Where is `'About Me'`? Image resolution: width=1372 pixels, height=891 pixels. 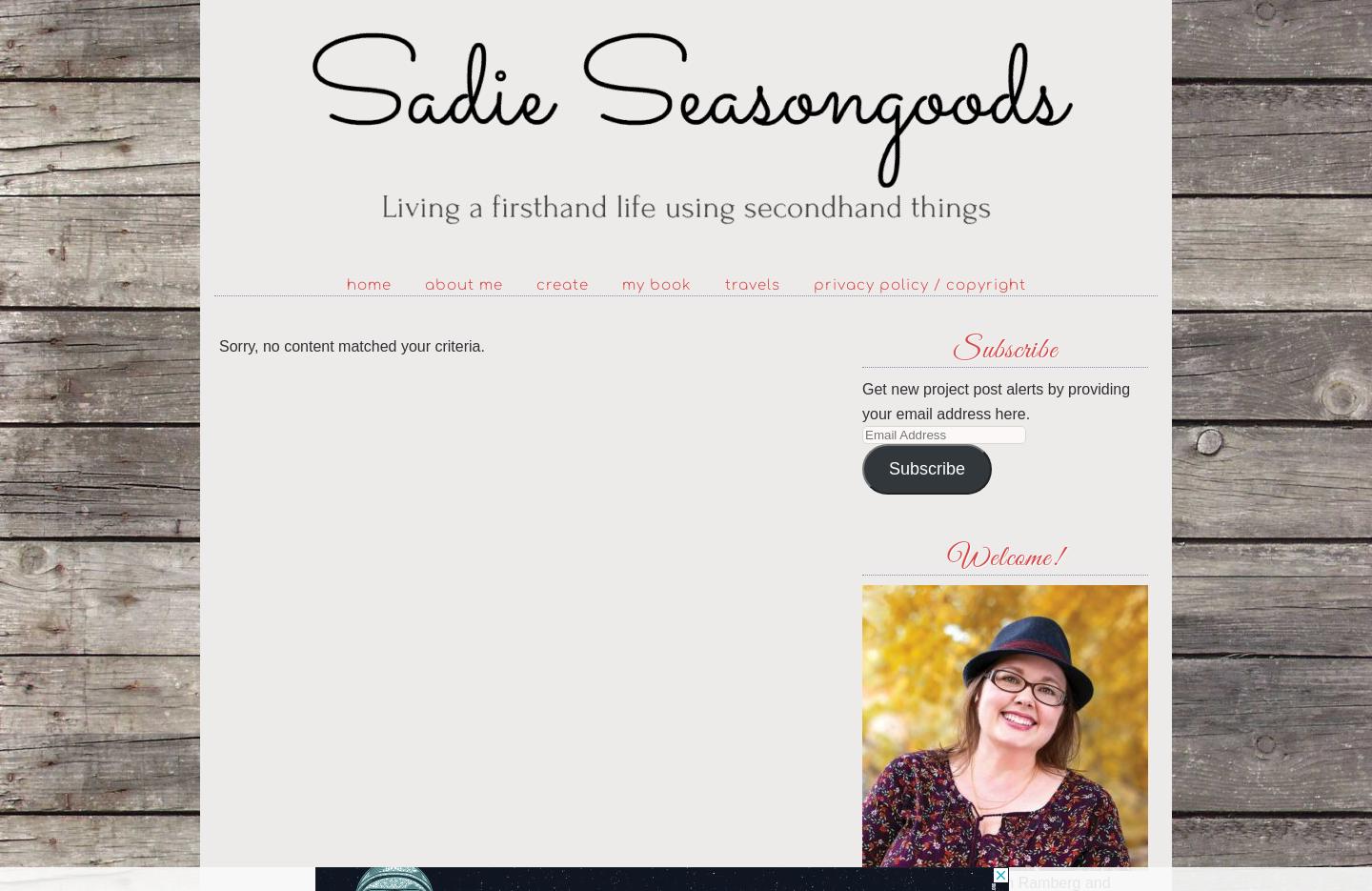 'About Me' is located at coordinates (462, 285).